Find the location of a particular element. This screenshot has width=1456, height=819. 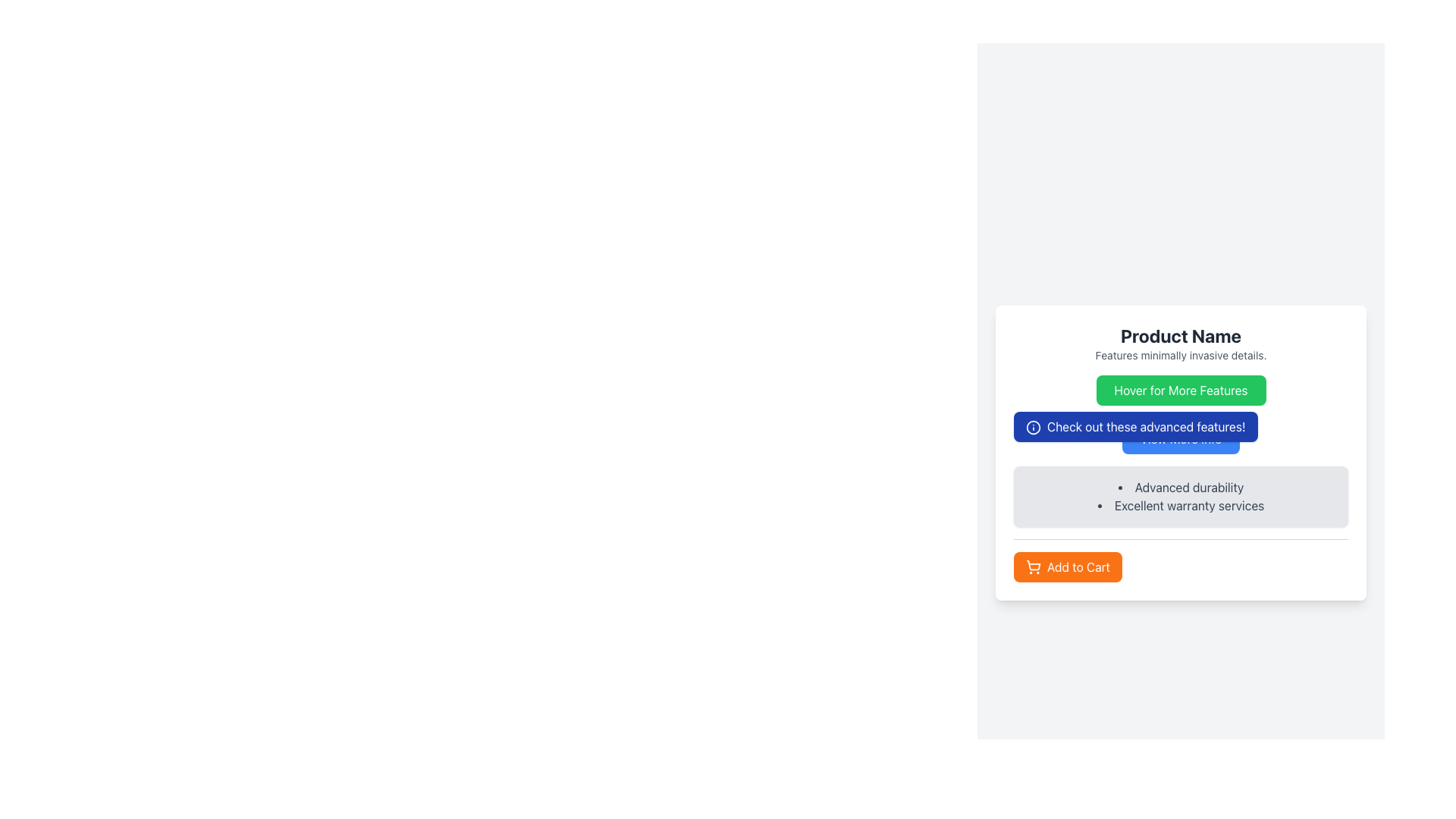

bullet-point list in the central Information block located beneath the 'Check out these advanced features!' button and above the 'Add to Cart' button is located at coordinates (1180, 496).